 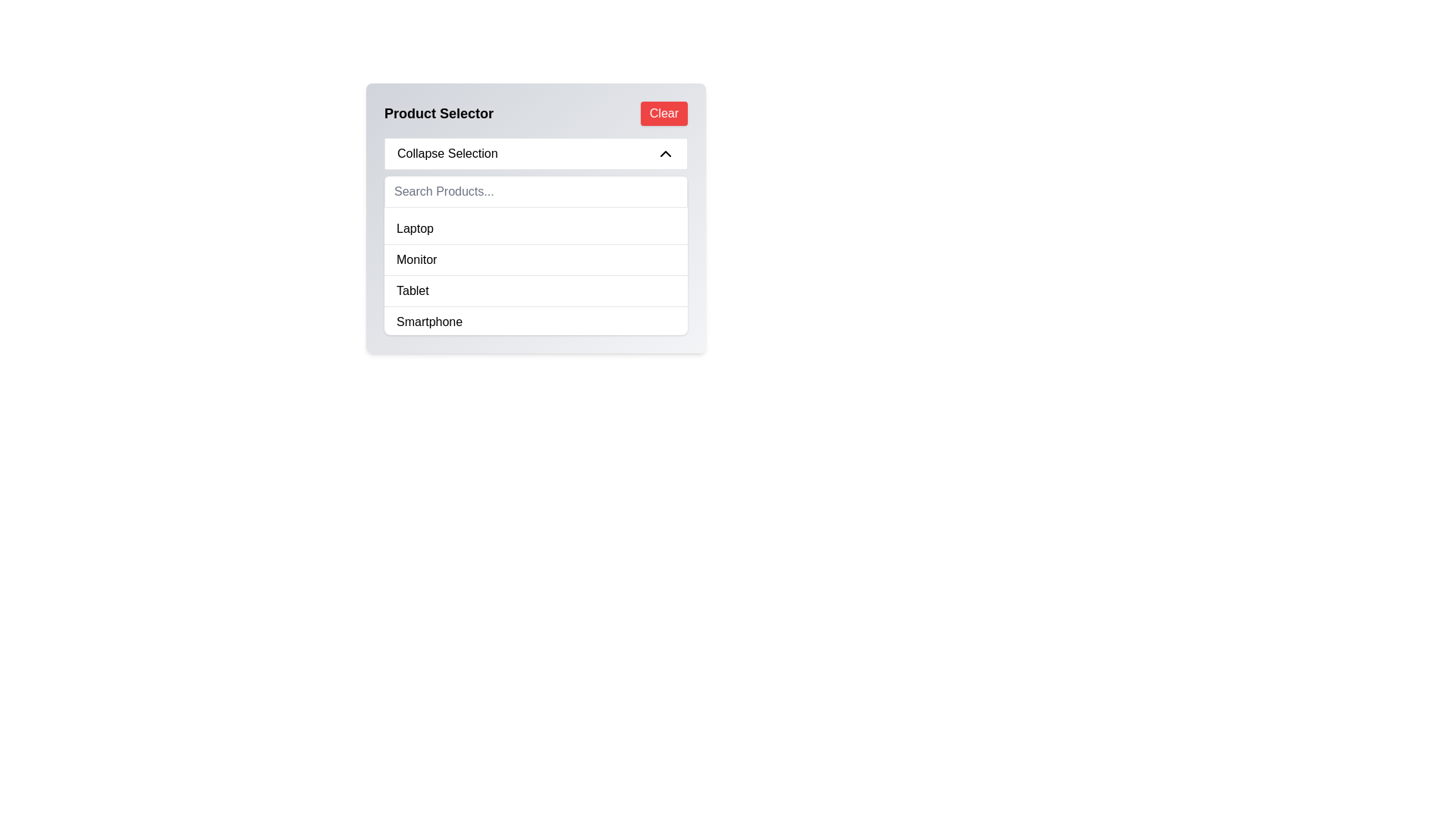 What do you see at coordinates (664, 113) in the screenshot?
I see `the 'Clear' button with a red background and white text located at the top-right corner of the 'Product Selector' section to clear selections` at bounding box center [664, 113].